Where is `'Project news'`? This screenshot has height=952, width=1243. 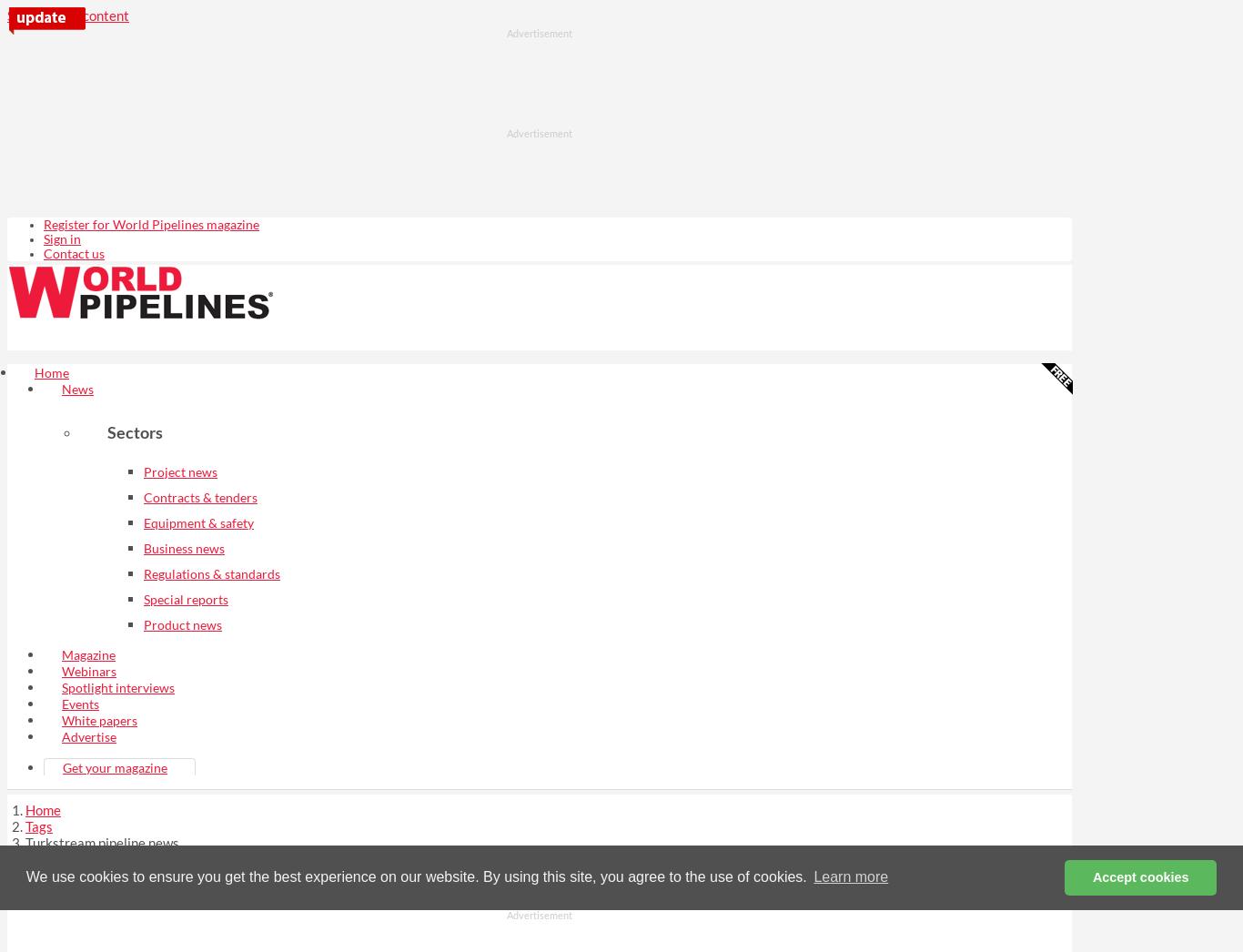 'Project news' is located at coordinates (179, 471).